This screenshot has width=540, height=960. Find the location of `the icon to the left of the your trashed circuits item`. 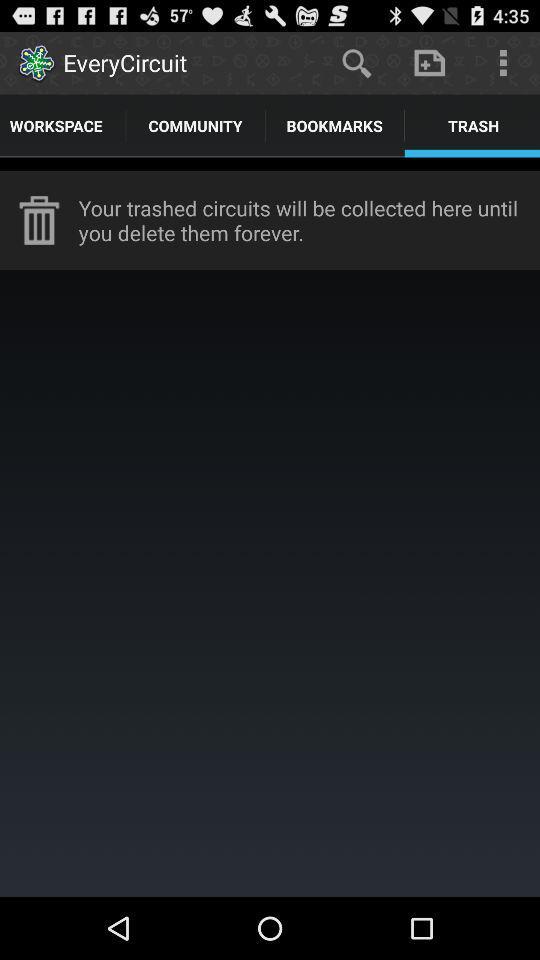

the icon to the left of the your trashed circuits item is located at coordinates (39, 220).